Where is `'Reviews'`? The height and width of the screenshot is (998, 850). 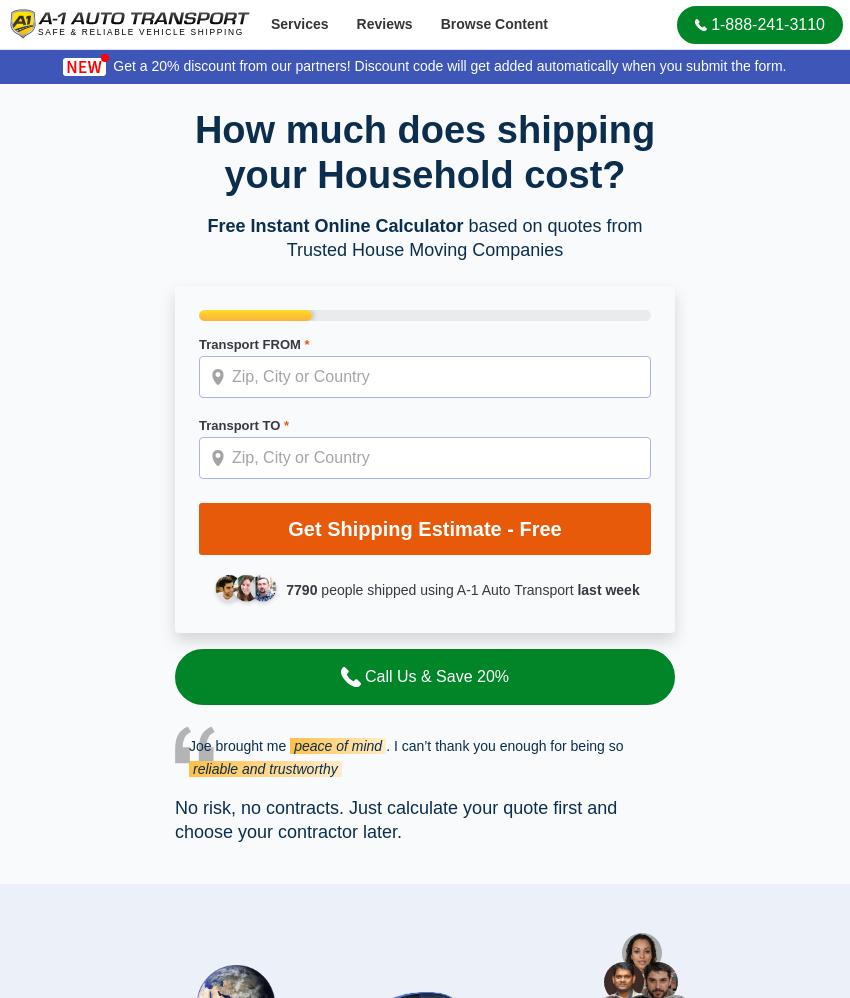 'Reviews' is located at coordinates (384, 22).